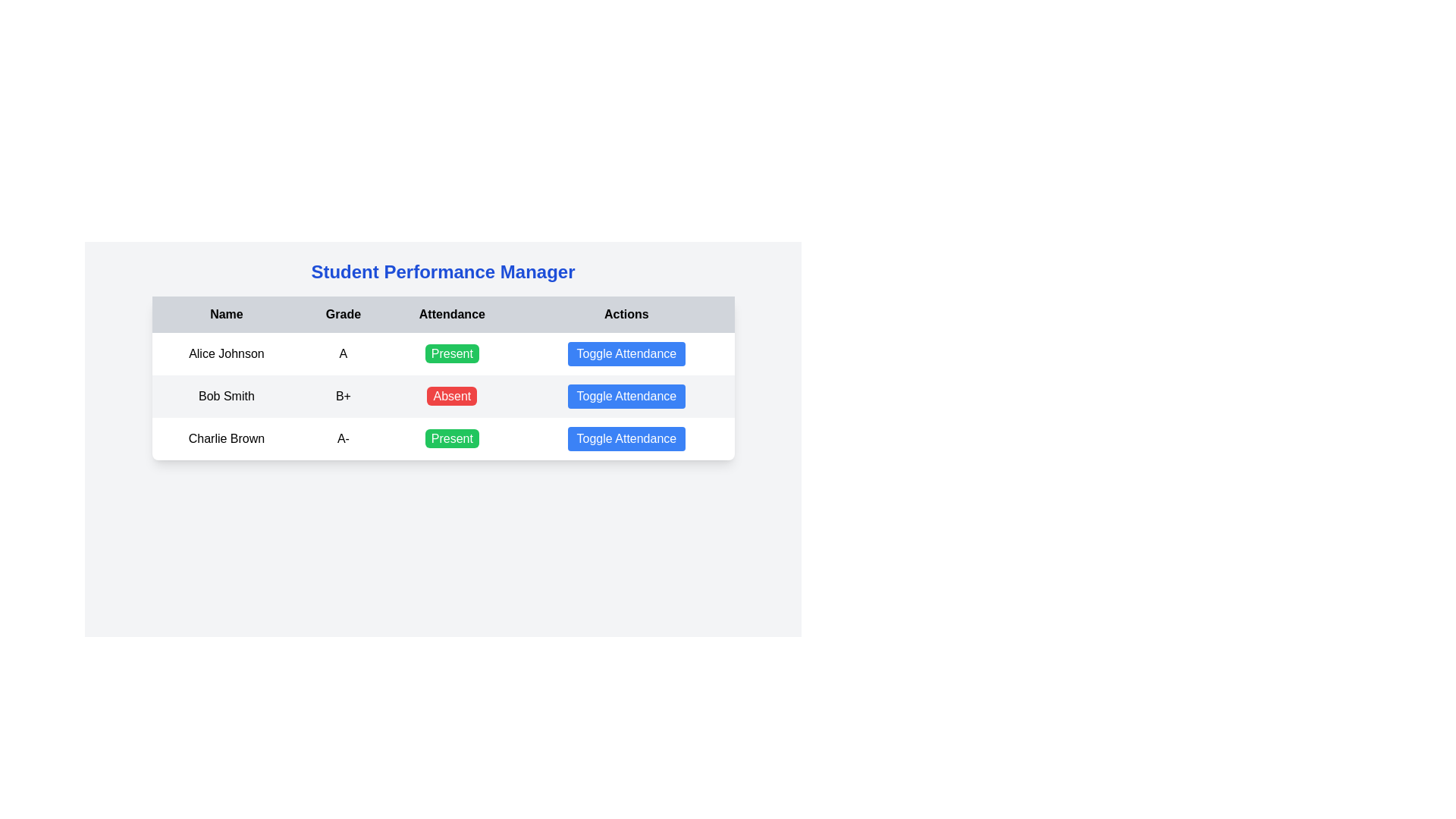 This screenshot has width=1456, height=819. What do you see at coordinates (451, 353) in the screenshot?
I see `the 'Present' button-like component with rounded corners, located in the Attendance column for Alice Johnson` at bounding box center [451, 353].